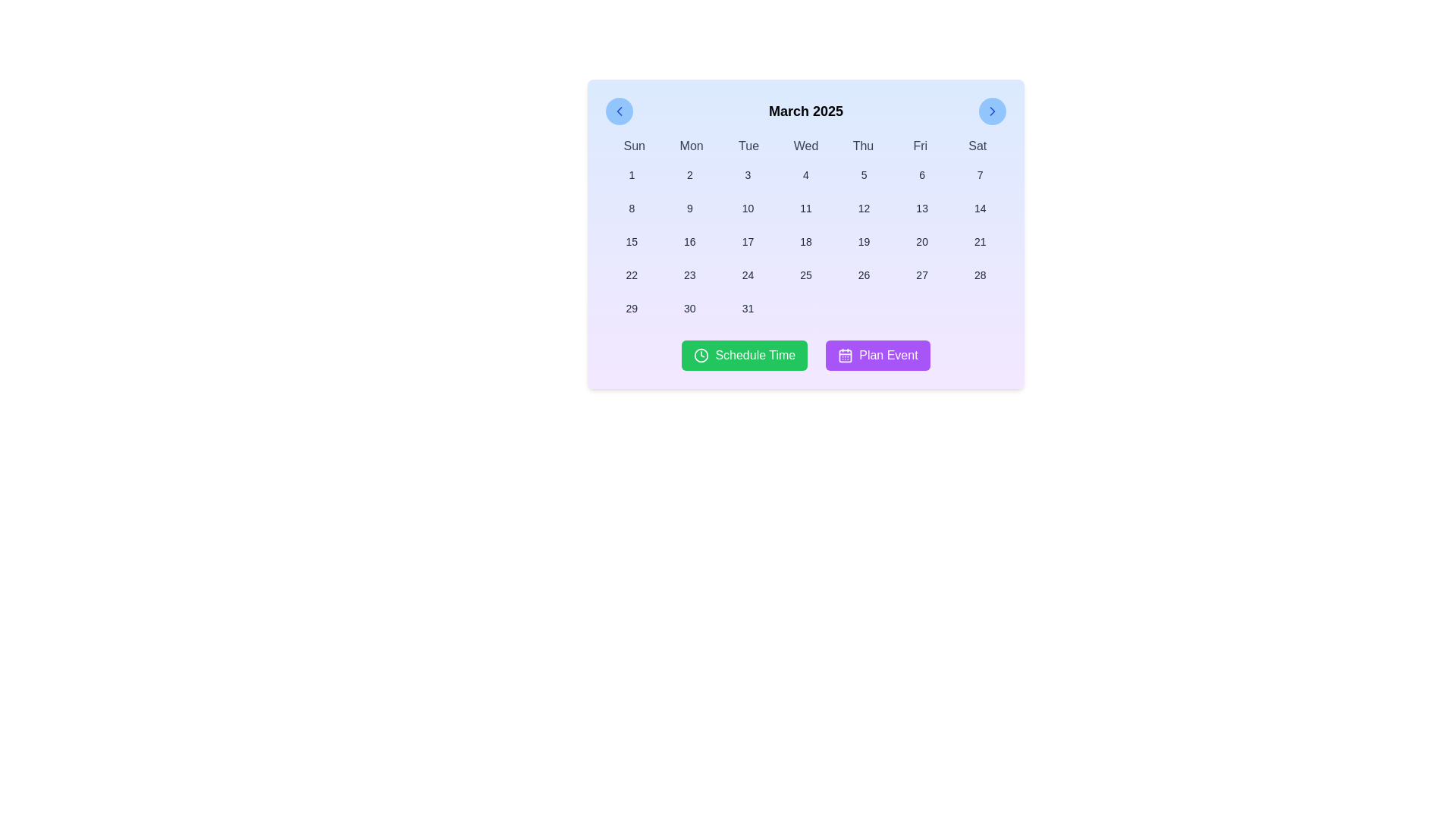 Image resolution: width=1456 pixels, height=819 pixels. What do you see at coordinates (977, 146) in the screenshot?
I see `the static text label representing Saturdays, which is the last item in the horizontal group of day labels in the calendar component` at bounding box center [977, 146].